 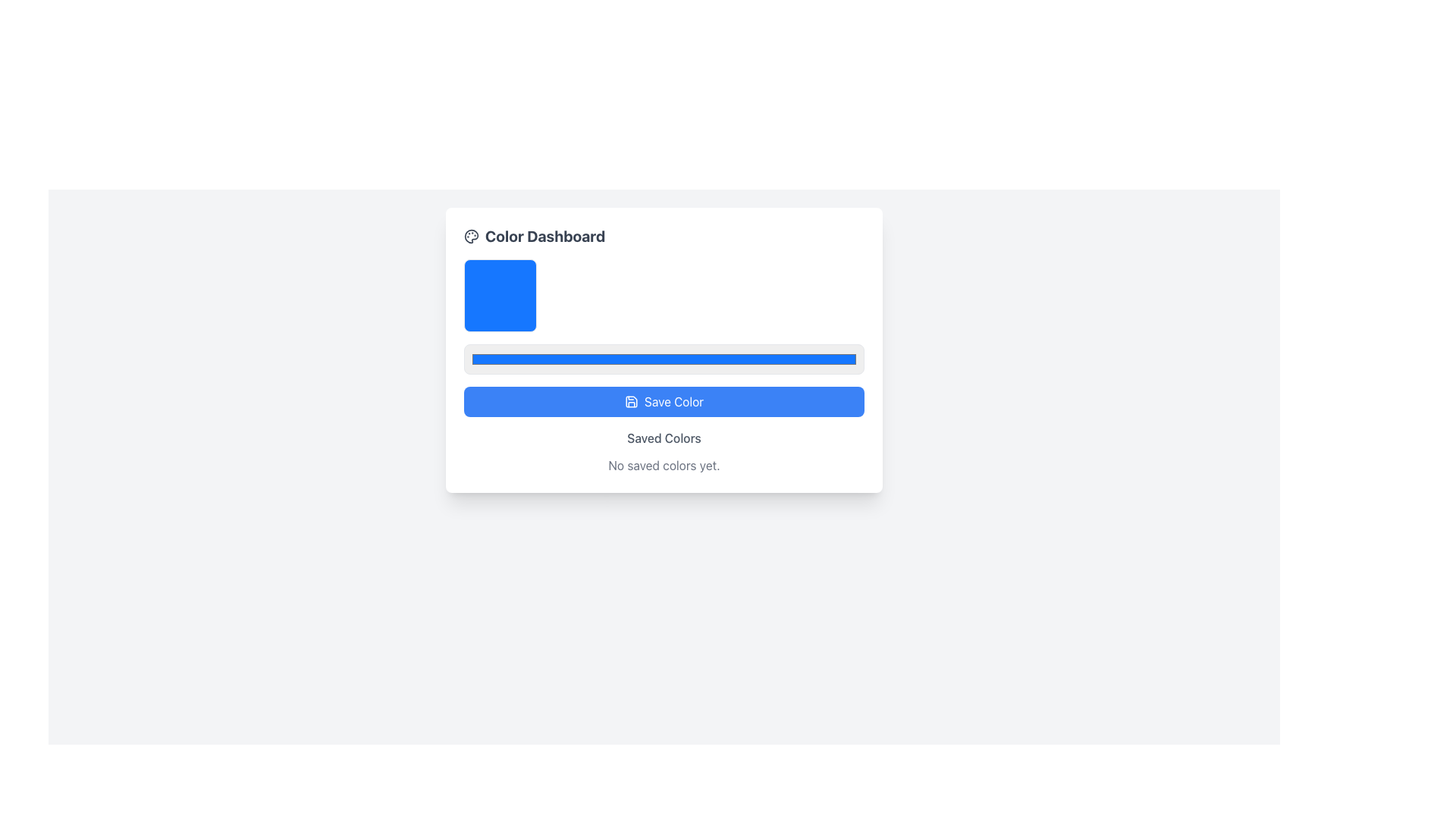 I want to click on the text label that reads 'Saved Colors', which is styled with a medium font weight and gray color, located above the smaller text label 'No saved colors yet.', so click(x=664, y=438).